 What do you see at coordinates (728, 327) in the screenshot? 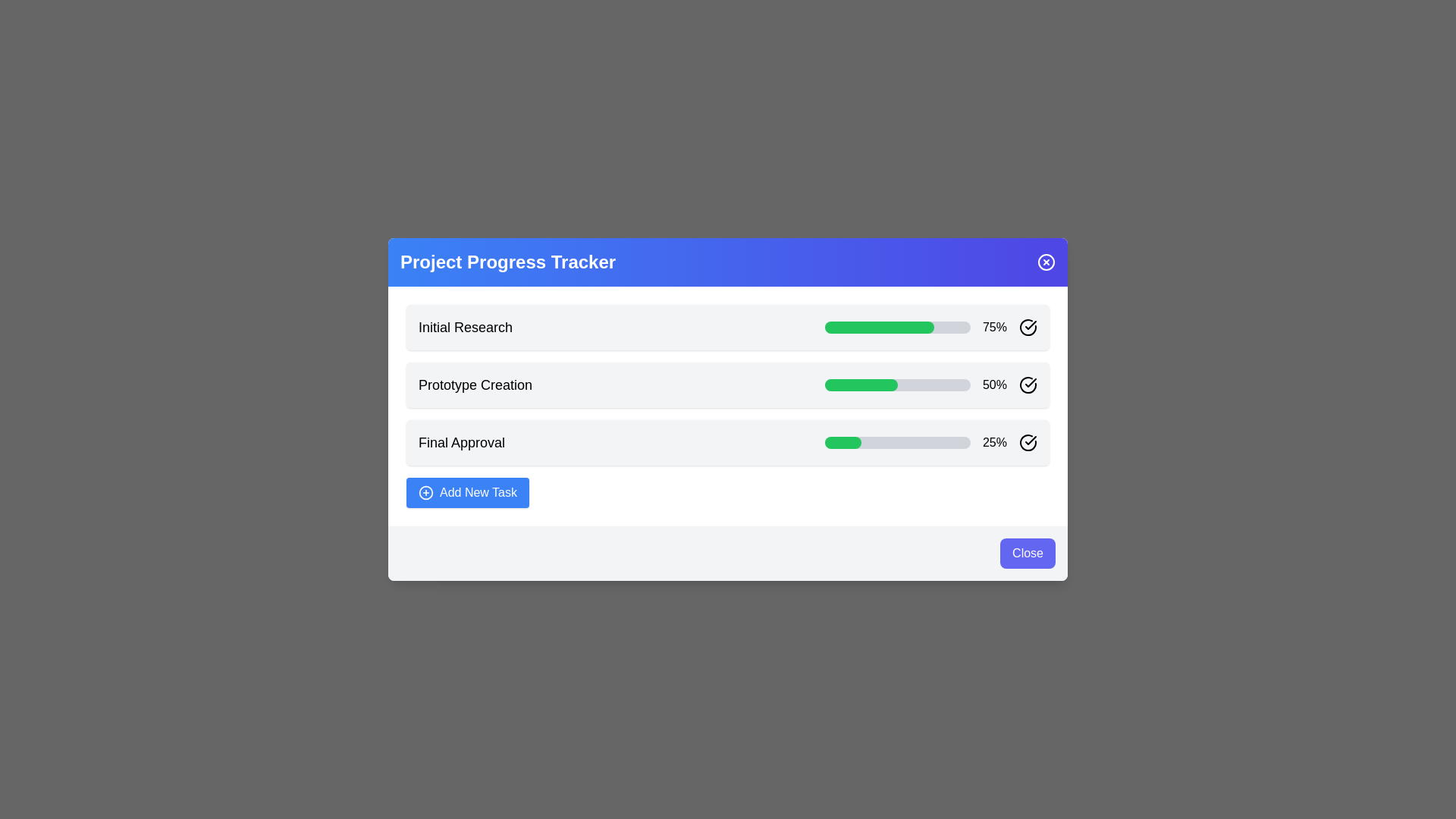
I see `the 'Initial Research' panel that shows 75% progress in the 'Project Progress Tracker' card` at bounding box center [728, 327].